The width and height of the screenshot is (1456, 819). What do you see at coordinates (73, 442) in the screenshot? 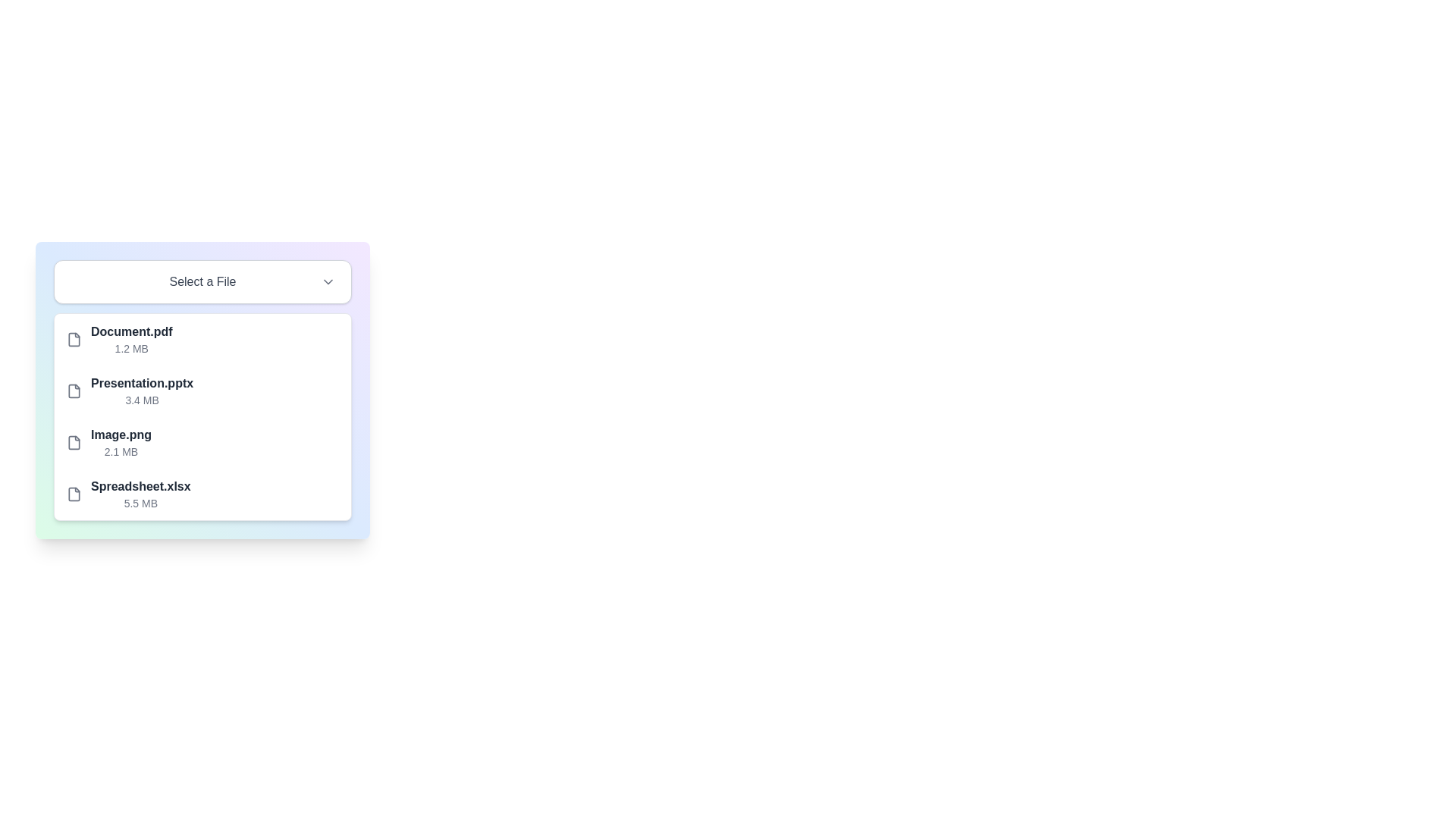
I see `the second file icon representing 'Image.png', which is styled with a rectangular outline and a folded top-right corner, located in a vertical list of files` at bounding box center [73, 442].